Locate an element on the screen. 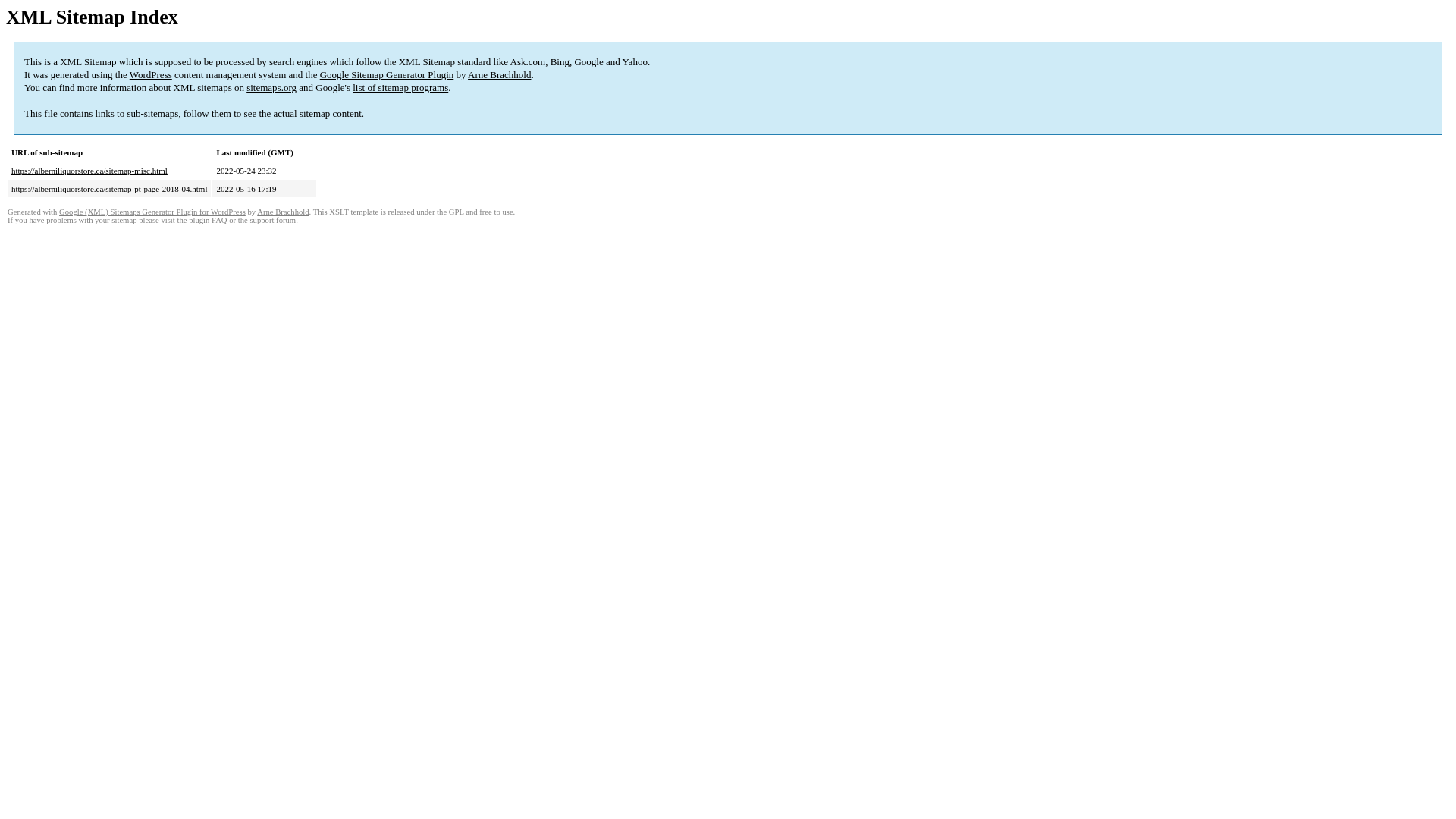 Image resolution: width=1456 pixels, height=819 pixels. 'support forum' is located at coordinates (272, 220).